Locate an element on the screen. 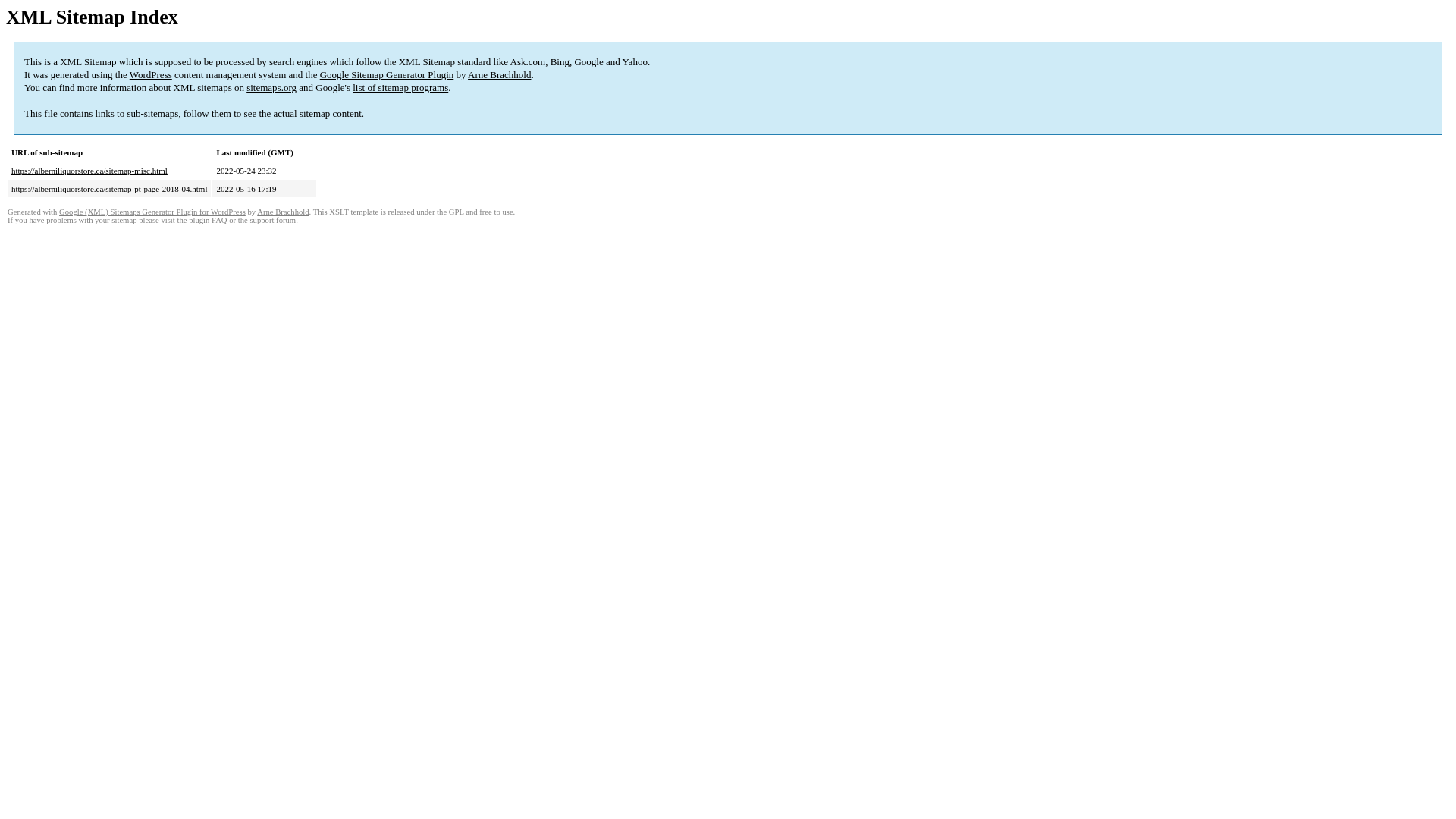 Image resolution: width=1456 pixels, height=819 pixels. 'support forum' is located at coordinates (272, 220).